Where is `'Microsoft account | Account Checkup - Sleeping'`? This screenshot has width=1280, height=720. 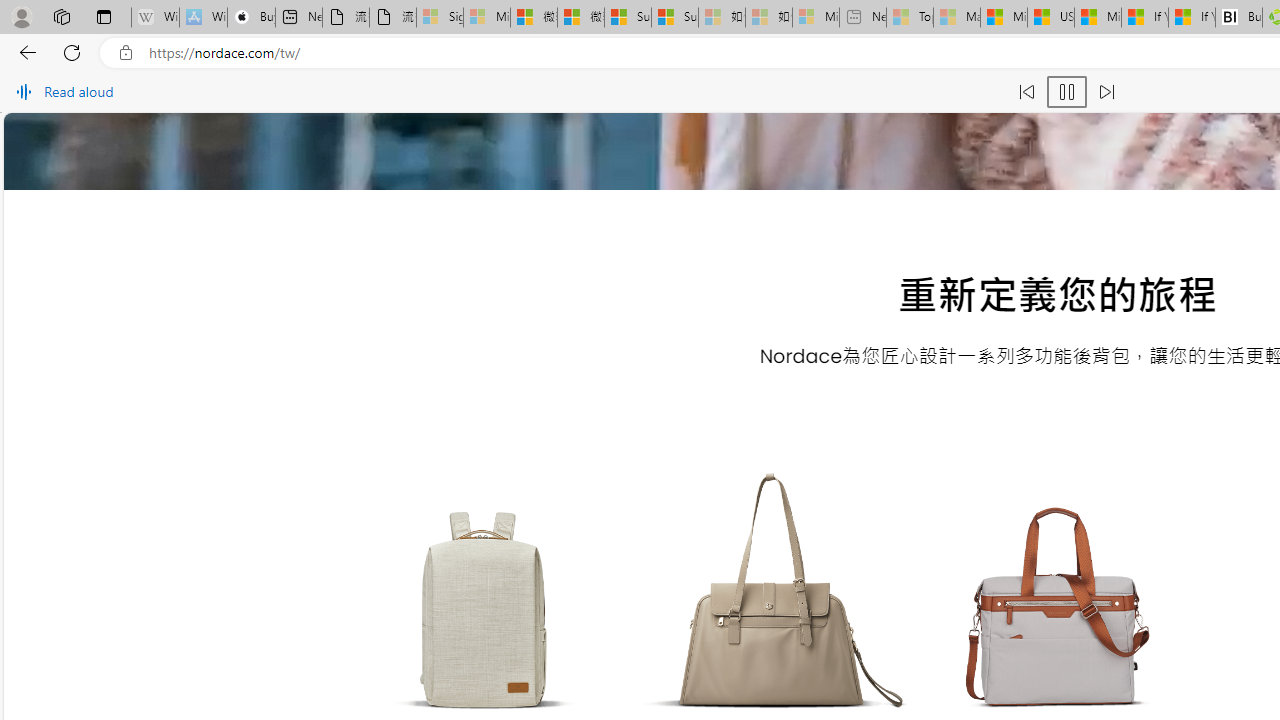 'Microsoft account | Account Checkup - Sleeping' is located at coordinates (815, 17).